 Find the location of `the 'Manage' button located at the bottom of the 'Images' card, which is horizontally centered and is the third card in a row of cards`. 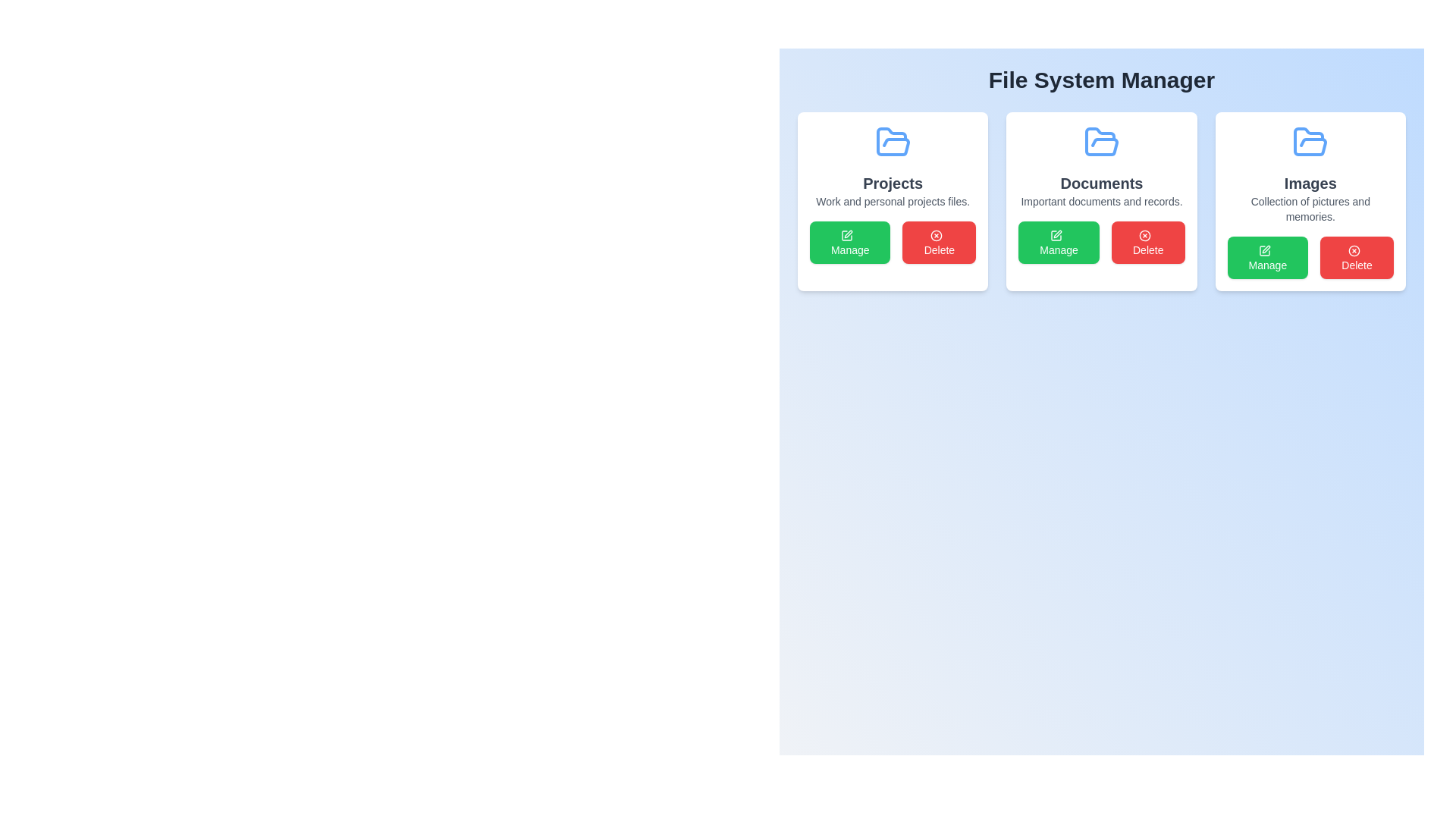

the 'Manage' button located at the bottom of the 'Images' card, which is horizontally centered and is the third card in a row of cards is located at coordinates (1310, 256).